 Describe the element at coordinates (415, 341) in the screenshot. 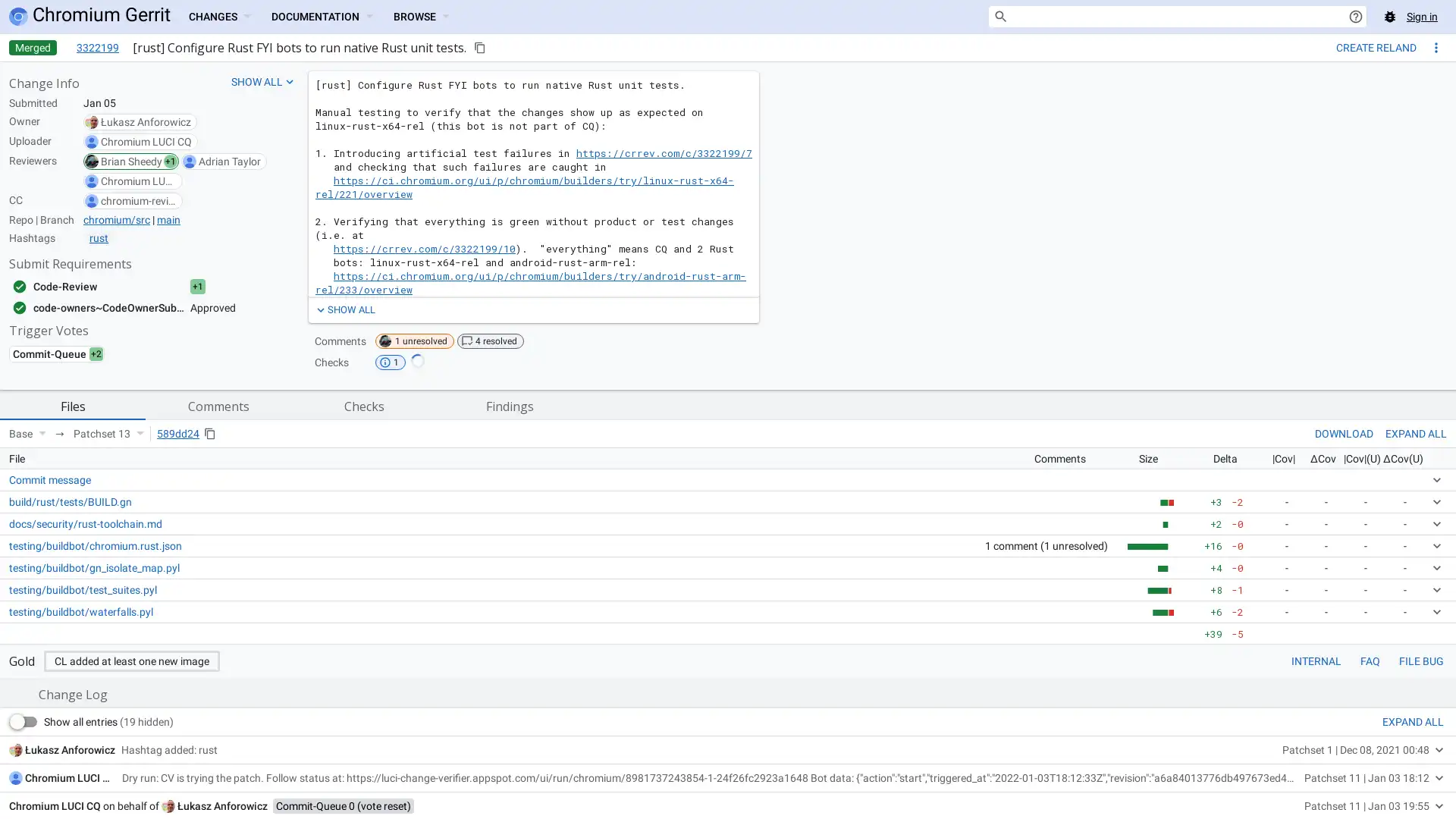

I see `1 unresolved` at that location.